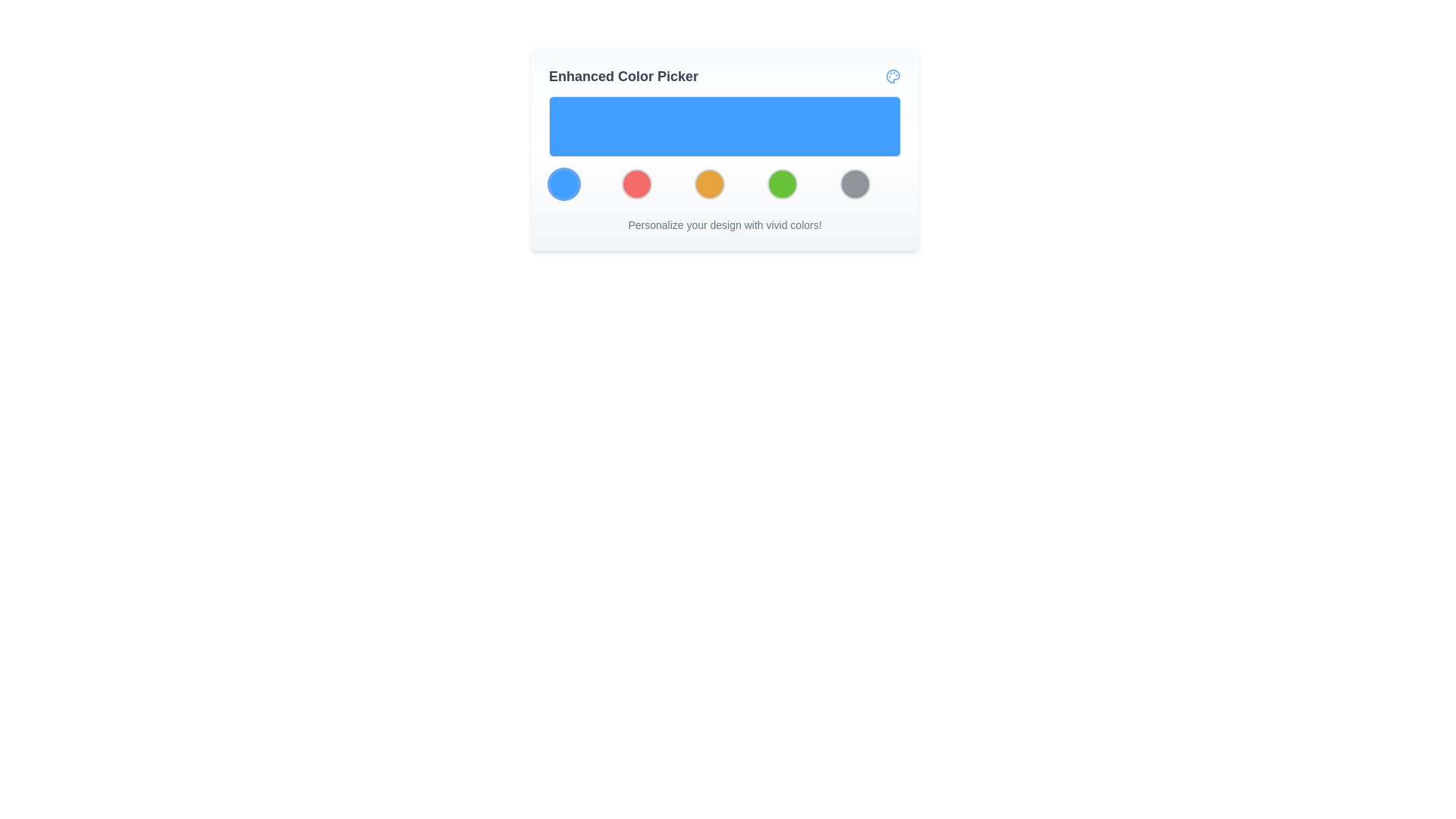 This screenshot has height=819, width=1456. I want to click on the circular button with a soft red background and light-gray border, located below the 'Enhanced Color Picker' and to the right of the blue circular button, so click(637, 184).